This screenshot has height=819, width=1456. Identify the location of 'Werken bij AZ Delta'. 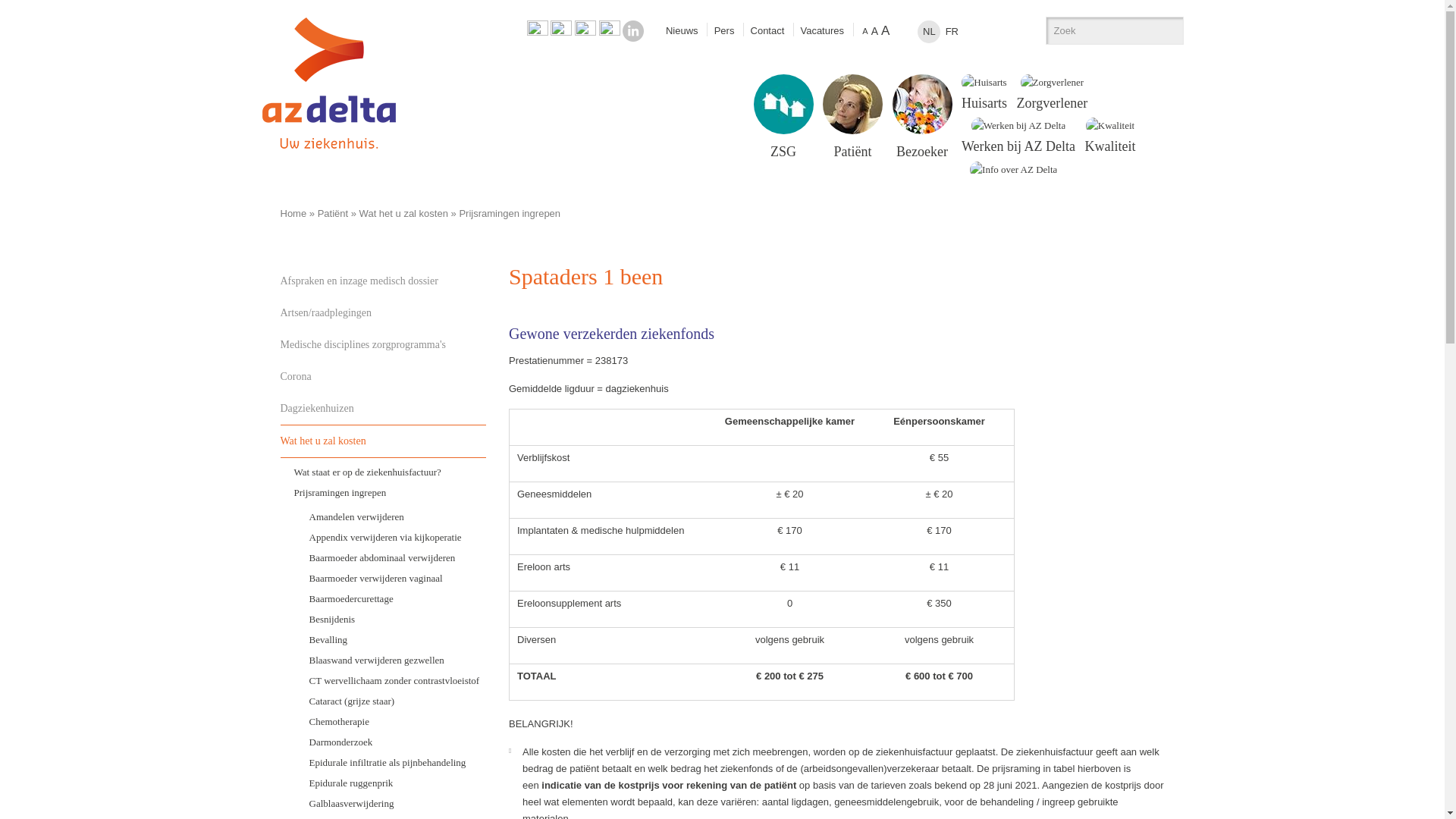
(1018, 135).